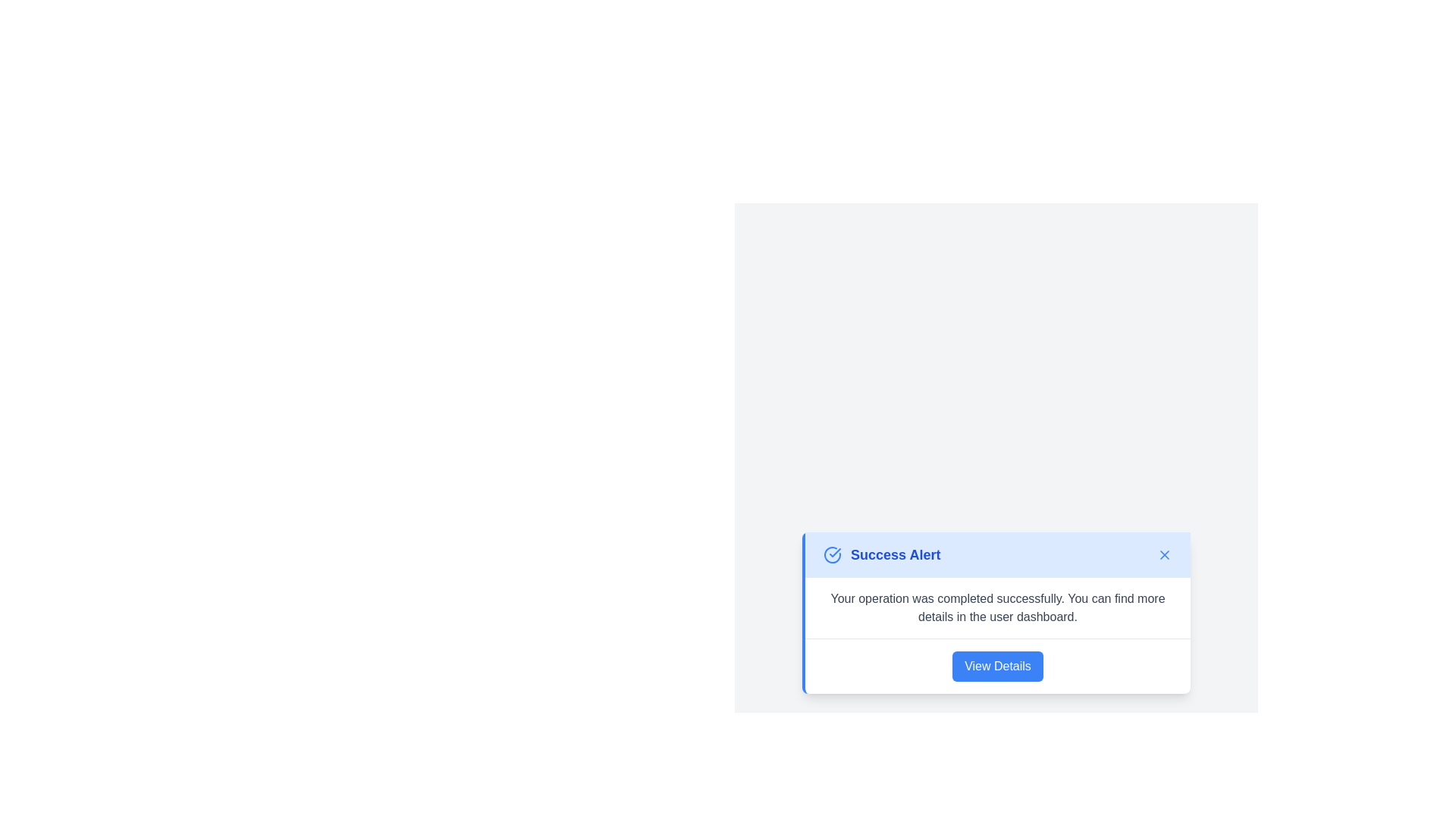 This screenshot has height=819, width=1456. I want to click on checkmark icon indicating successful completion of an action, located at the leftmost part of the success alert banner, so click(832, 554).